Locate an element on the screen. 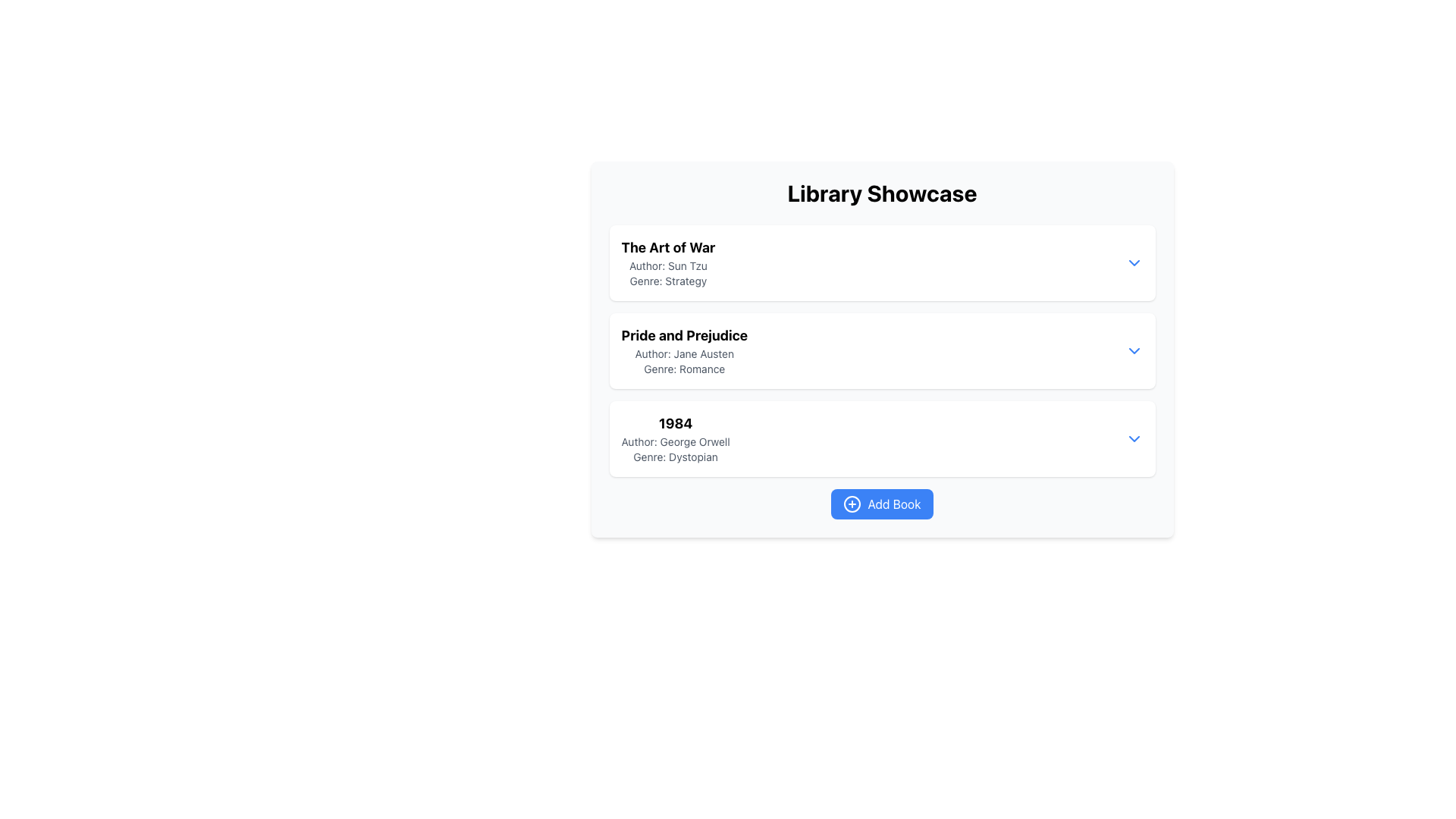  the List item with embedded dropdown titled 'The Art of War' is located at coordinates (882, 262).